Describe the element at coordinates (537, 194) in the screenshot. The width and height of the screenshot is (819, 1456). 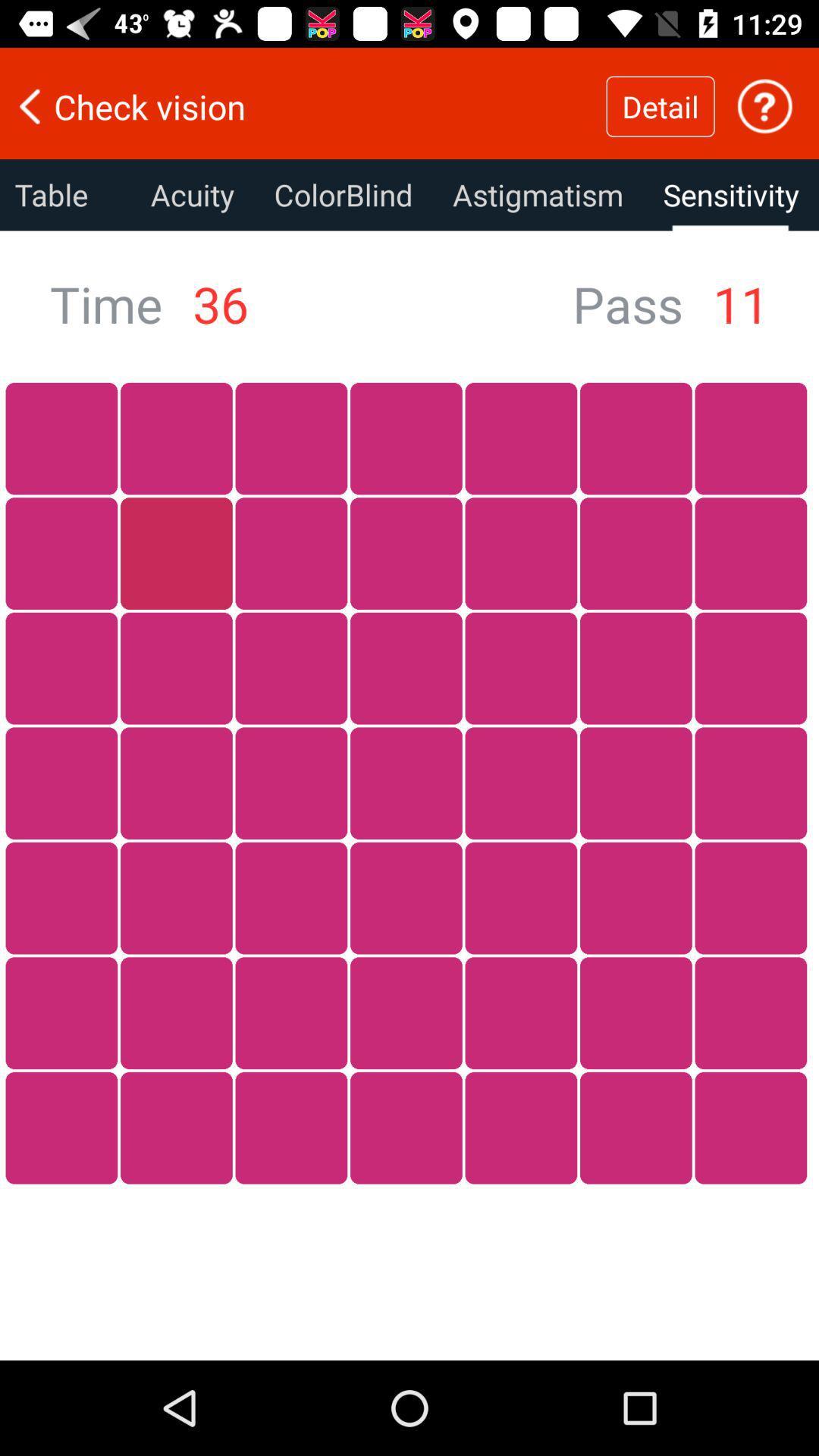
I see `the item below the check vision` at that location.